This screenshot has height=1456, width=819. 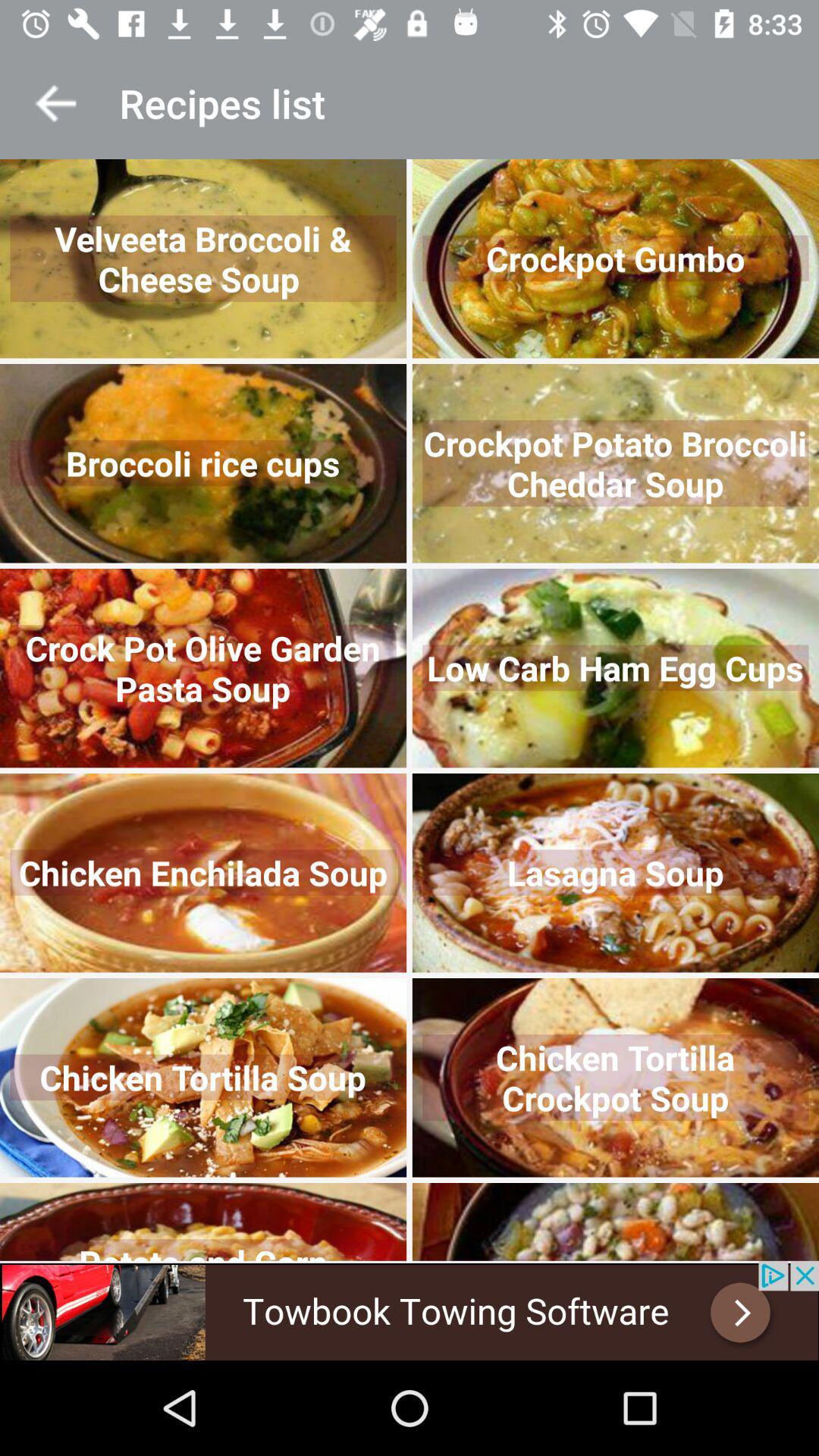 I want to click on advertisements image, so click(x=409, y=1310).